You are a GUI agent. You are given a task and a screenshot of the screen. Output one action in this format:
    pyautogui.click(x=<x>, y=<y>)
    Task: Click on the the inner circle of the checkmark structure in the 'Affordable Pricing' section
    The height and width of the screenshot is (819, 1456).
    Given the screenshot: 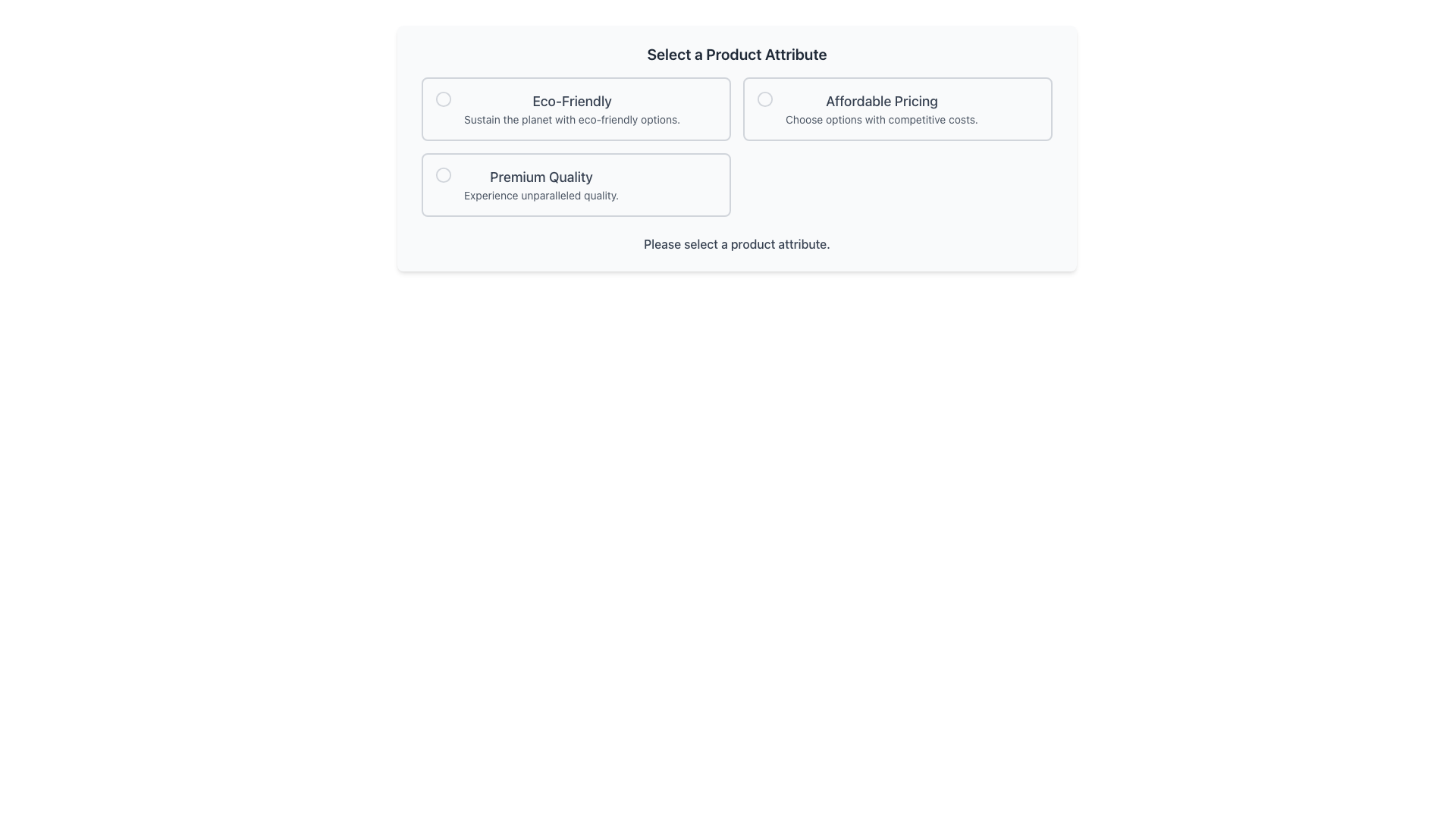 What is the action you would take?
    pyautogui.click(x=764, y=99)
    